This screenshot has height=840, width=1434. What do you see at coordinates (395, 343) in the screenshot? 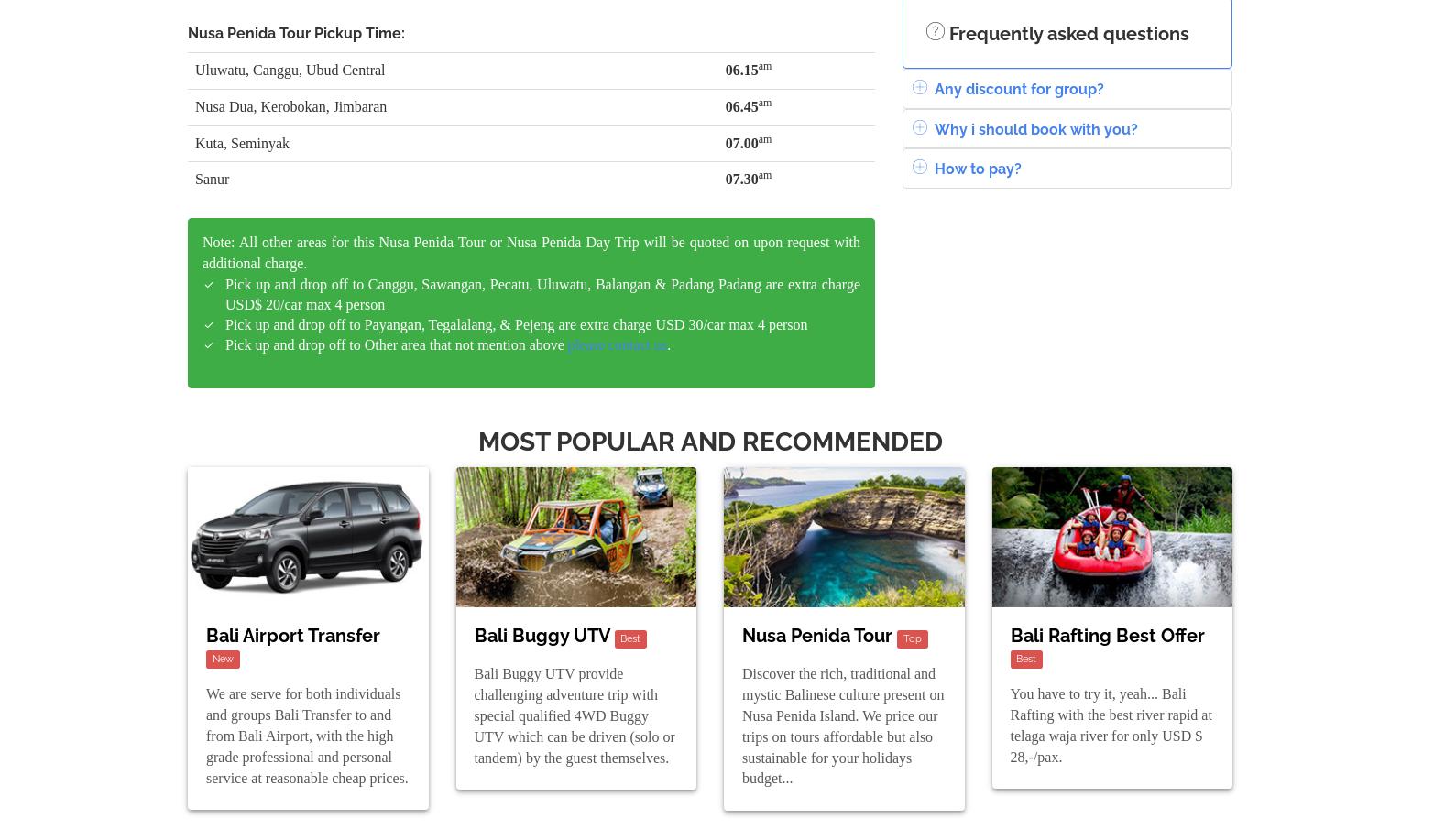
I see `'Pick up and drop off to Other area that not mention above'` at bounding box center [395, 343].